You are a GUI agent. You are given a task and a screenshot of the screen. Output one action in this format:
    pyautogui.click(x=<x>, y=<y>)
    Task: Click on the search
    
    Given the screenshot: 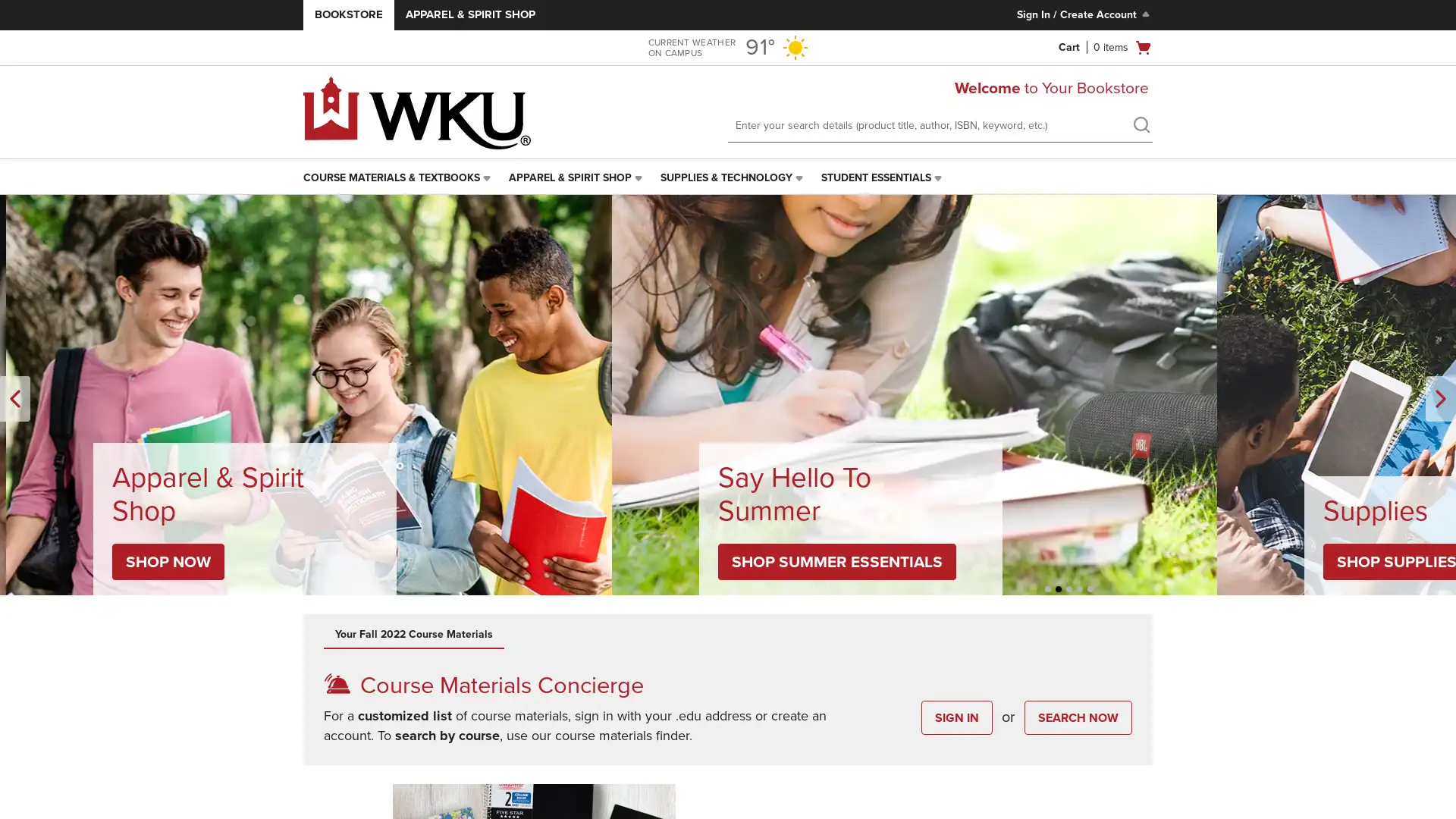 What is the action you would take?
    pyautogui.click(x=1141, y=124)
    